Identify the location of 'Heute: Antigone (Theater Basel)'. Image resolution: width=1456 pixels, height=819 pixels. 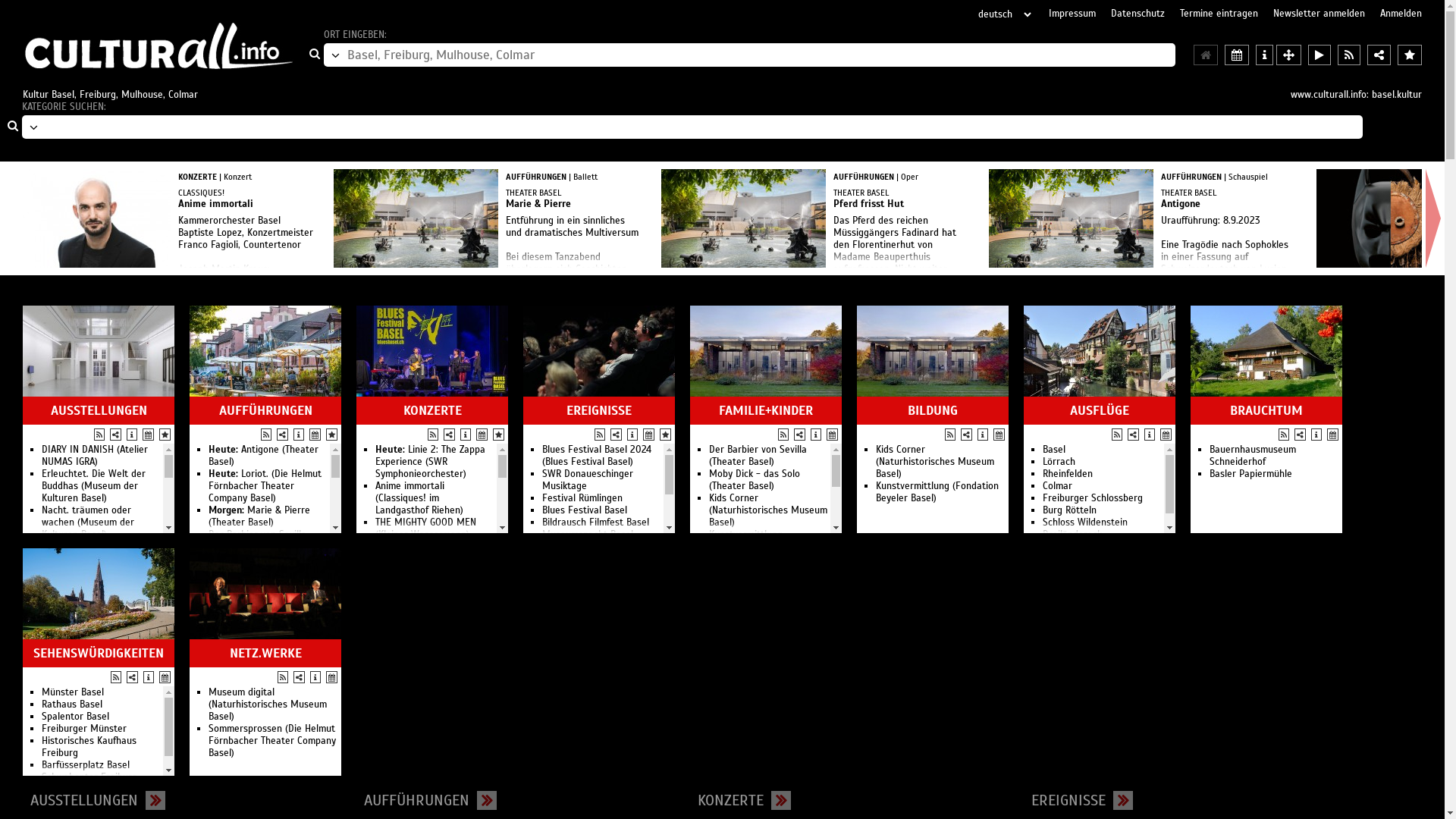
(263, 455).